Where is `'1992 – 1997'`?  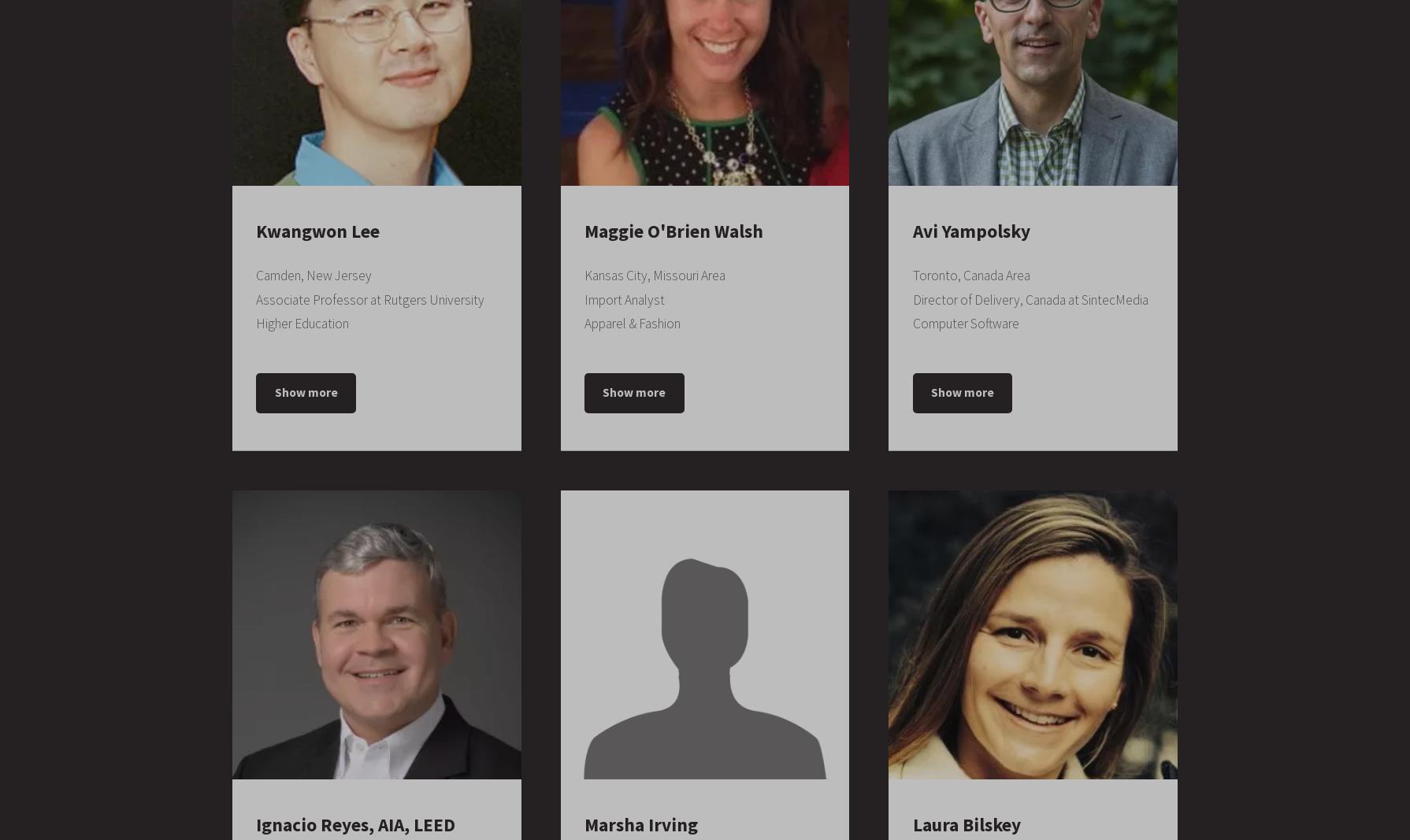 '1992 – 1997' is located at coordinates (410, 561).